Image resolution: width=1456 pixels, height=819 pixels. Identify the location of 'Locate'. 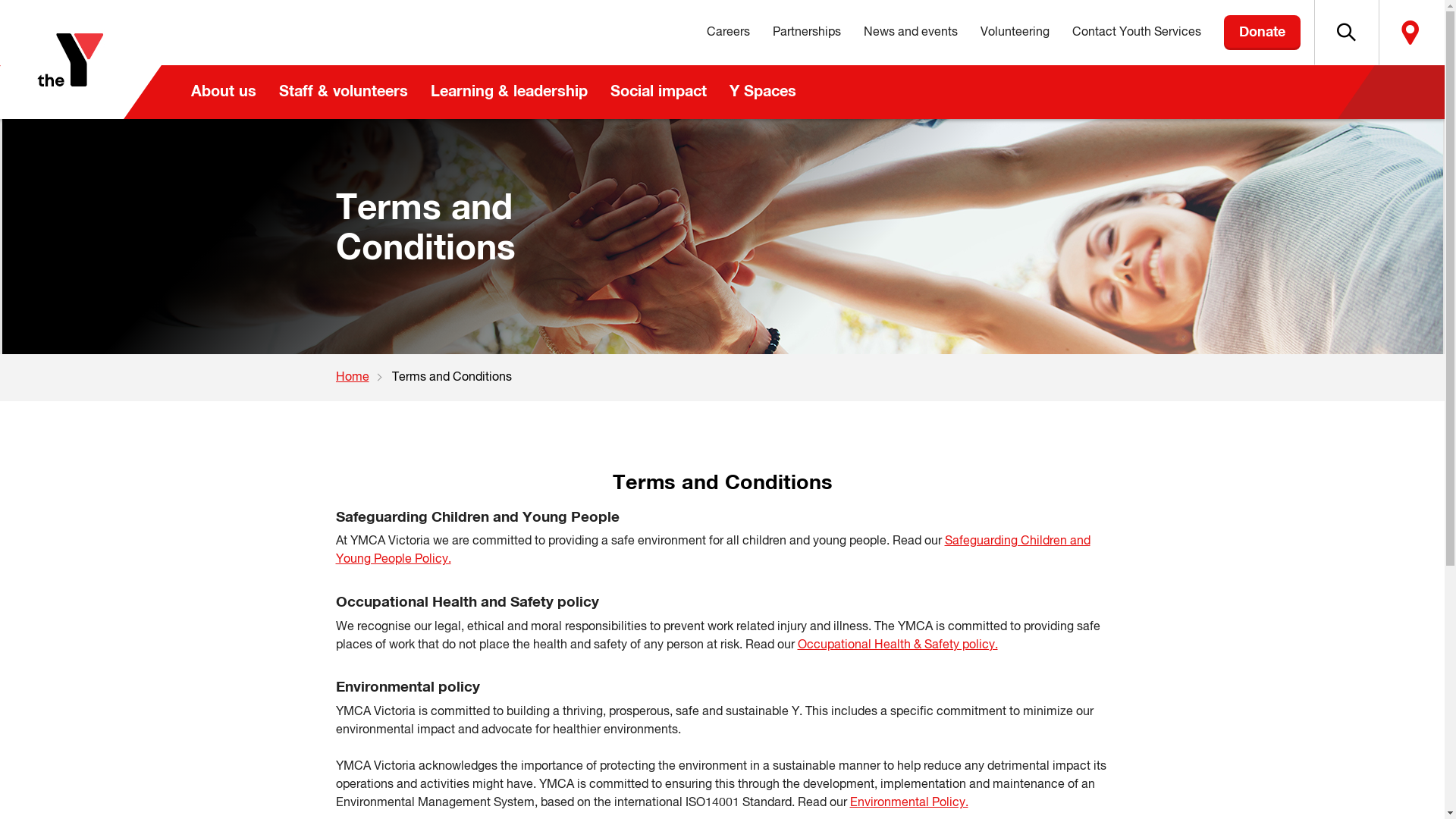
(1379, 32).